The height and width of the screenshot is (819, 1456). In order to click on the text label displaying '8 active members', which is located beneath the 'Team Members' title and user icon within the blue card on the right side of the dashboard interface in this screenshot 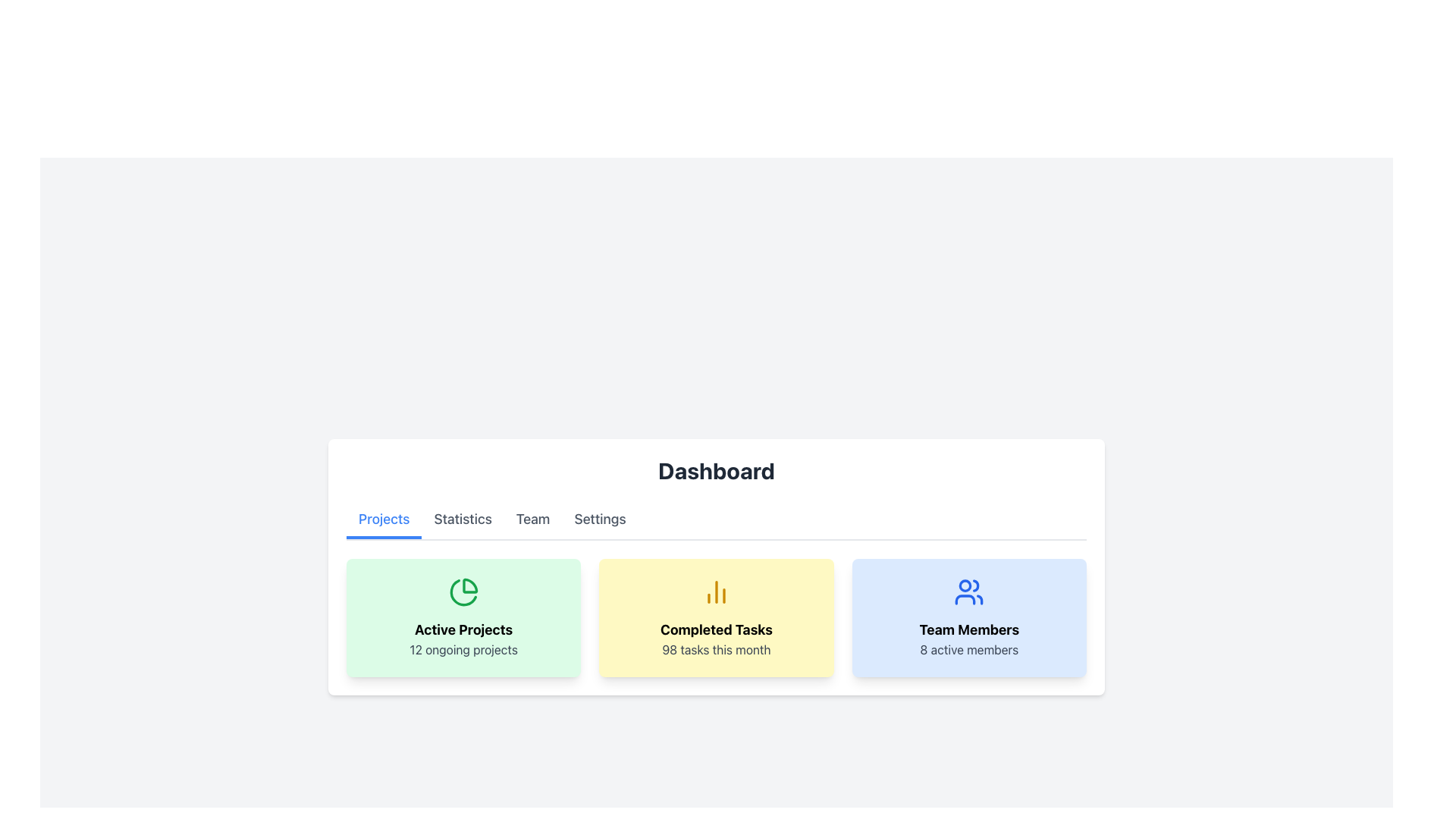, I will do `click(968, 648)`.